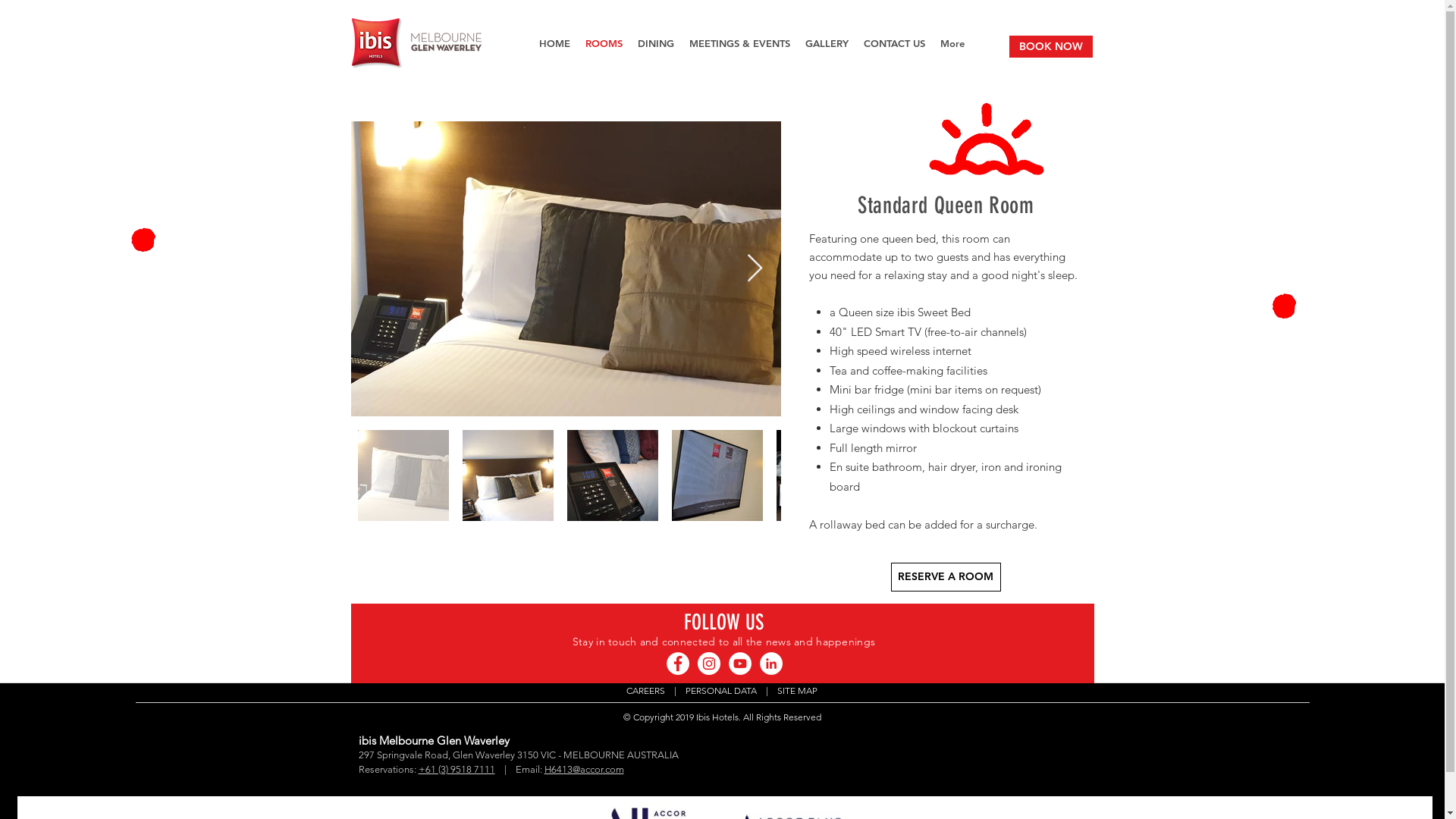 The image size is (1456, 819). I want to click on 'SITE MAP', so click(777, 690).